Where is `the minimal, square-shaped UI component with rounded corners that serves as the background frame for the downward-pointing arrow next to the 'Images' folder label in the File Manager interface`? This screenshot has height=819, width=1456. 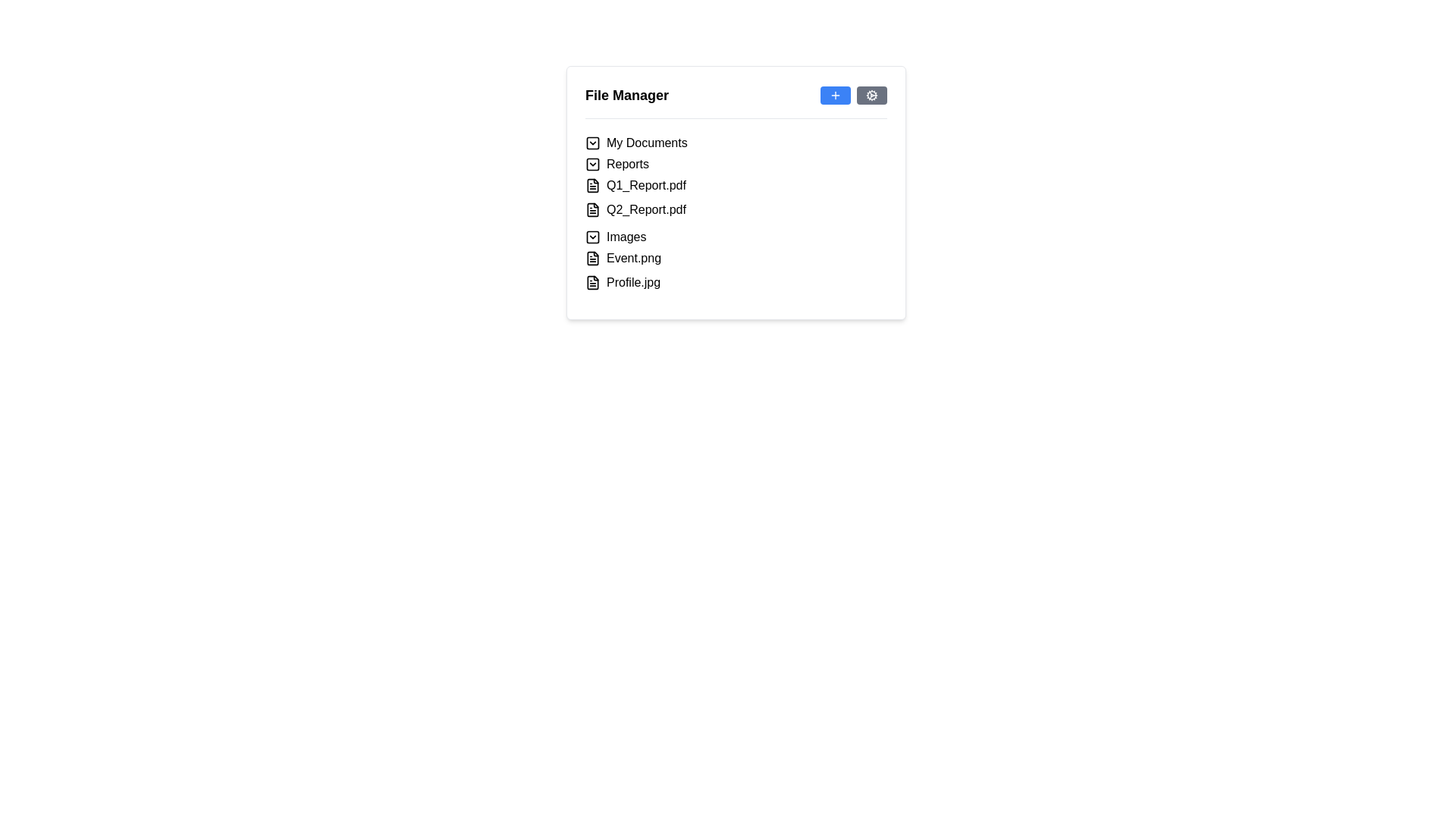 the minimal, square-shaped UI component with rounded corners that serves as the background frame for the downward-pointing arrow next to the 'Images' folder label in the File Manager interface is located at coordinates (592, 237).